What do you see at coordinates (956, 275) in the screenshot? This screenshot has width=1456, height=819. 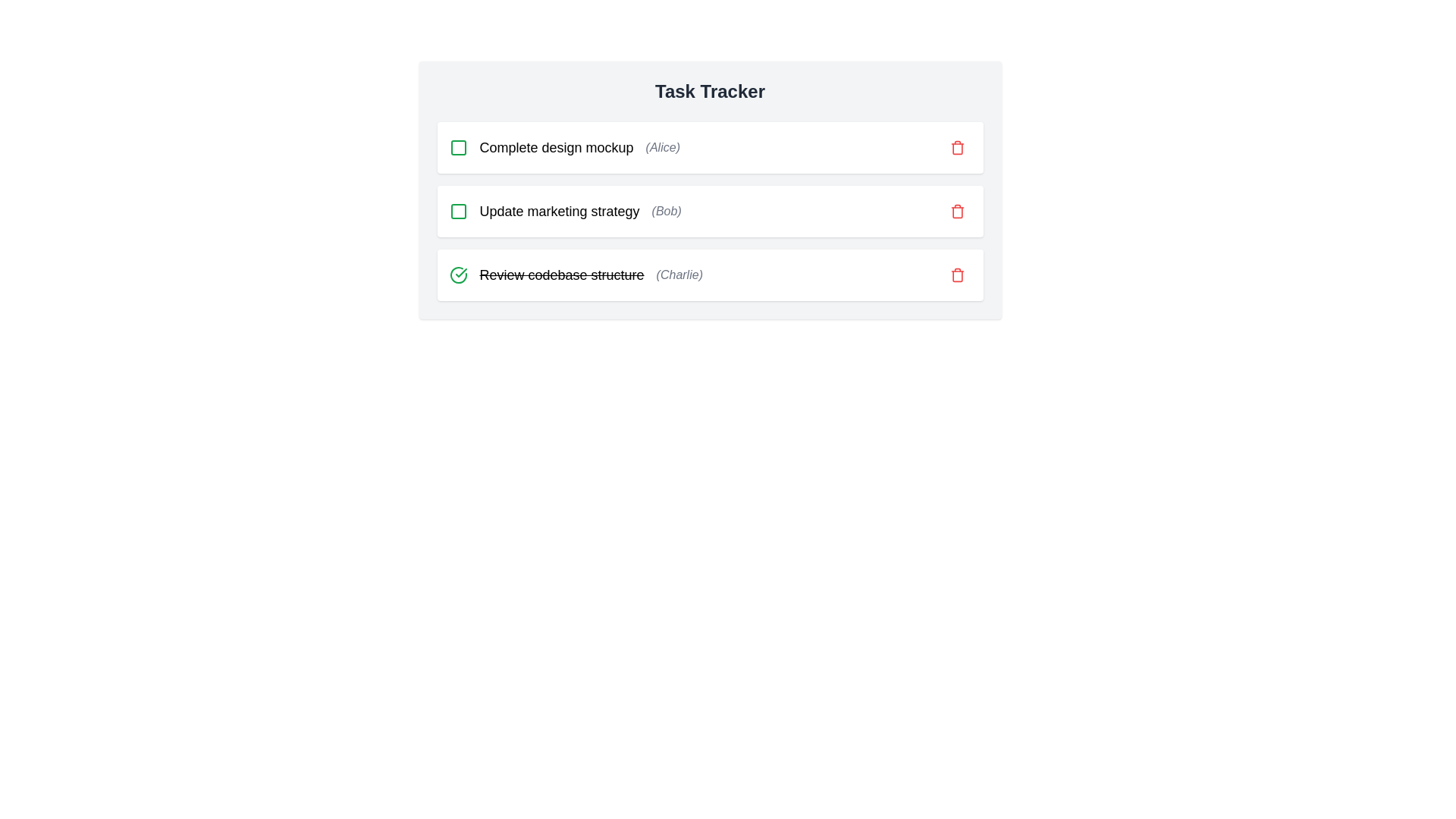 I see `the delete icon for the task identified by Review codebase structure` at bounding box center [956, 275].